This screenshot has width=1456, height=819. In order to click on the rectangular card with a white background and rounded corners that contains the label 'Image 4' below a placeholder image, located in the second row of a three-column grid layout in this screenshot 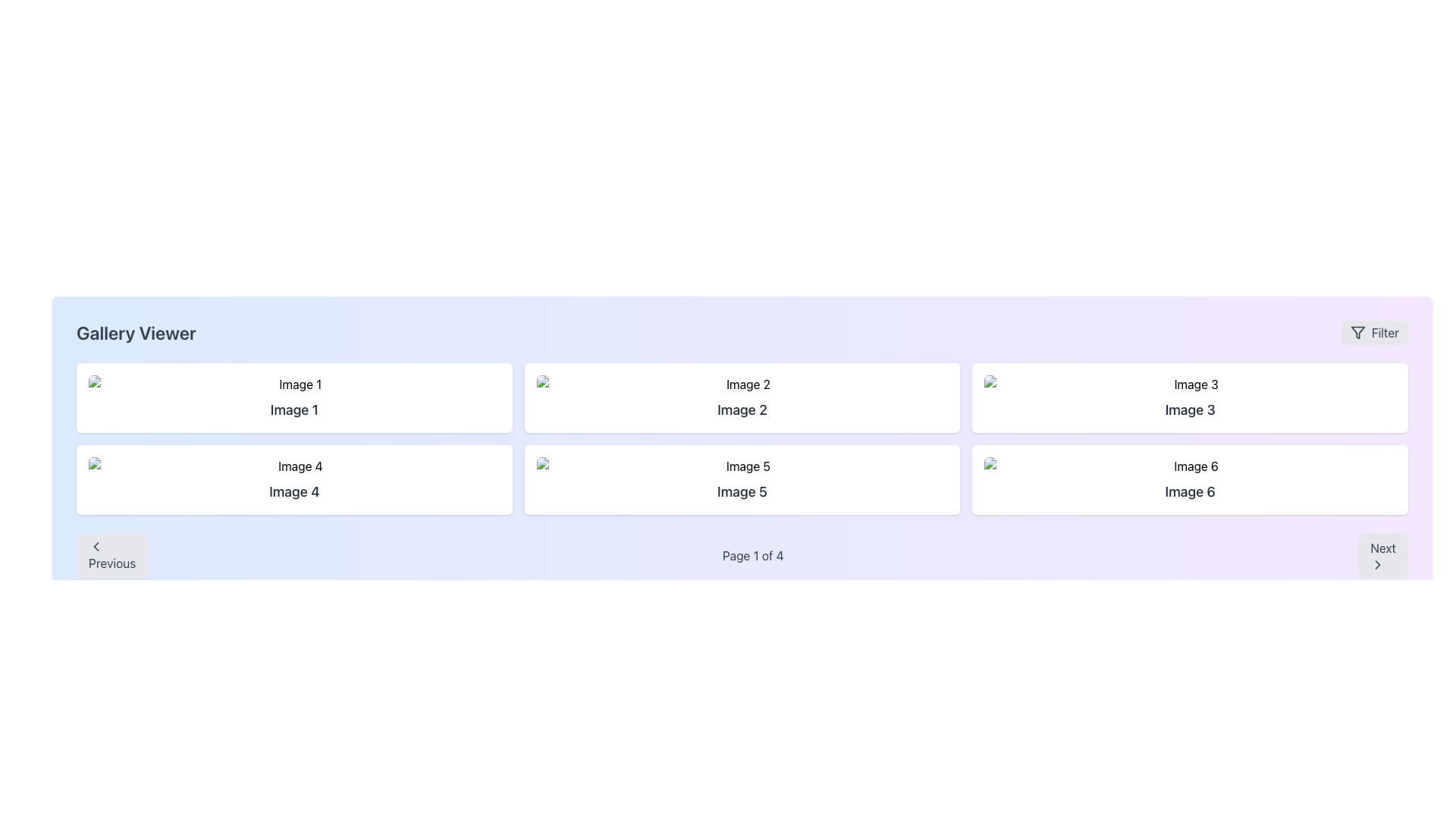, I will do `click(294, 479)`.